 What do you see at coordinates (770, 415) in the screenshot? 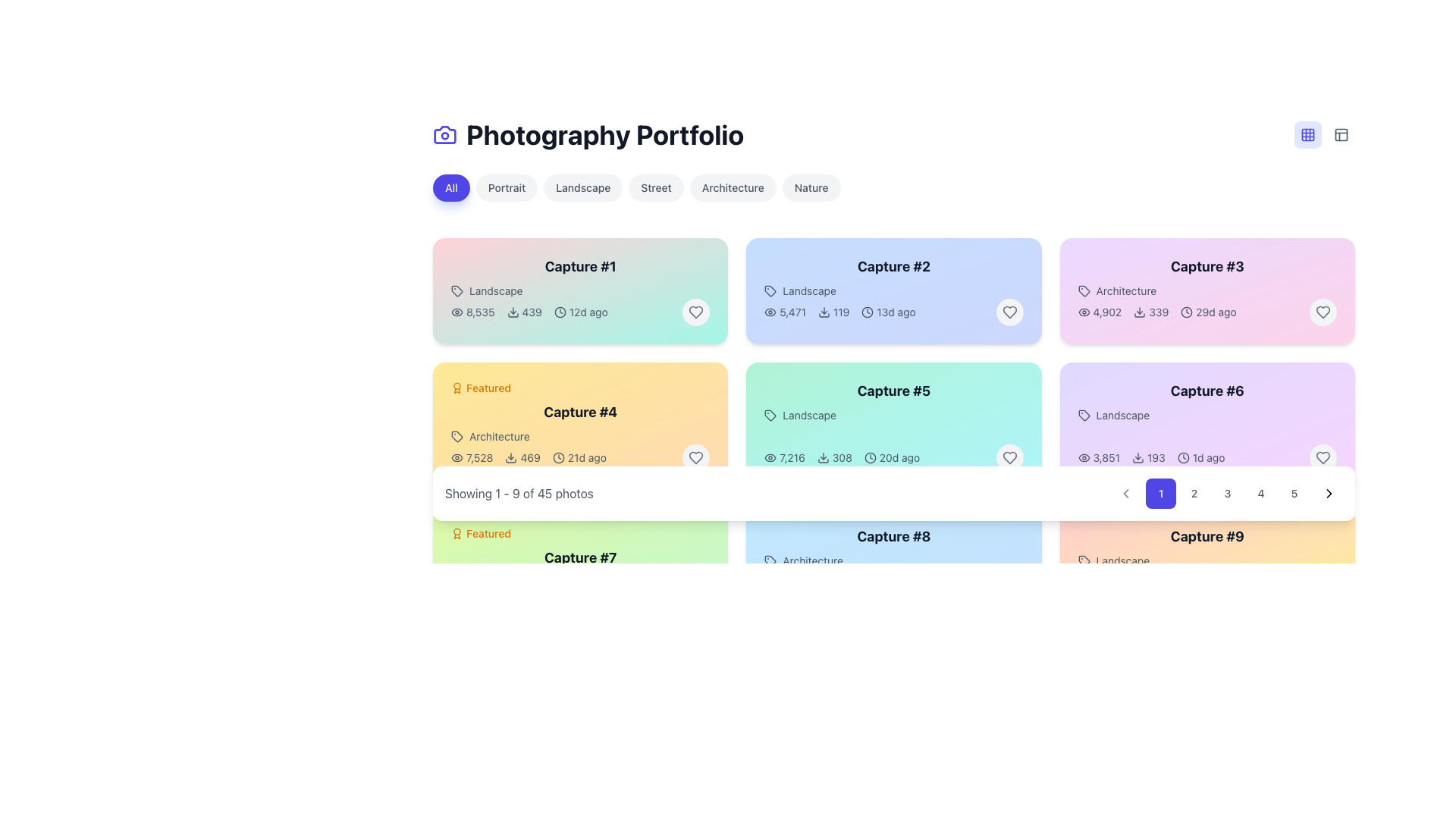
I see `the tag-shaped icon located in the text label reading 'Landscape' on the card for 'Capture #5'` at bounding box center [770, 415].